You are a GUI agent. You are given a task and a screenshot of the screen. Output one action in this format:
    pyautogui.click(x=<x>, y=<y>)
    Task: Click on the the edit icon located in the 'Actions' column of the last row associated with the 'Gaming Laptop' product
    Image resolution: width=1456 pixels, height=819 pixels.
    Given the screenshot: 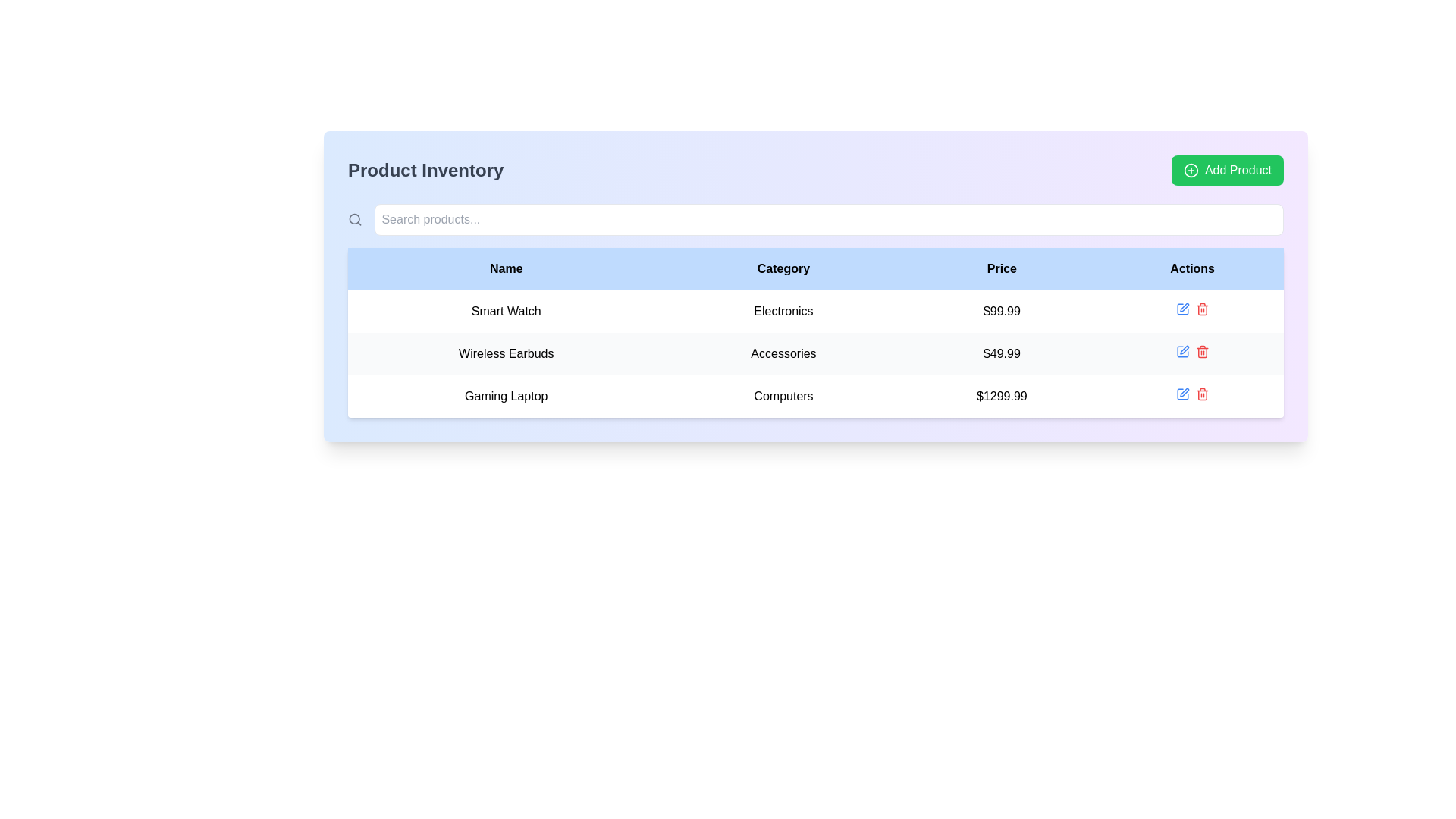 What is the action you would take?
    pyautogui.click(x=1181, y=309)
    